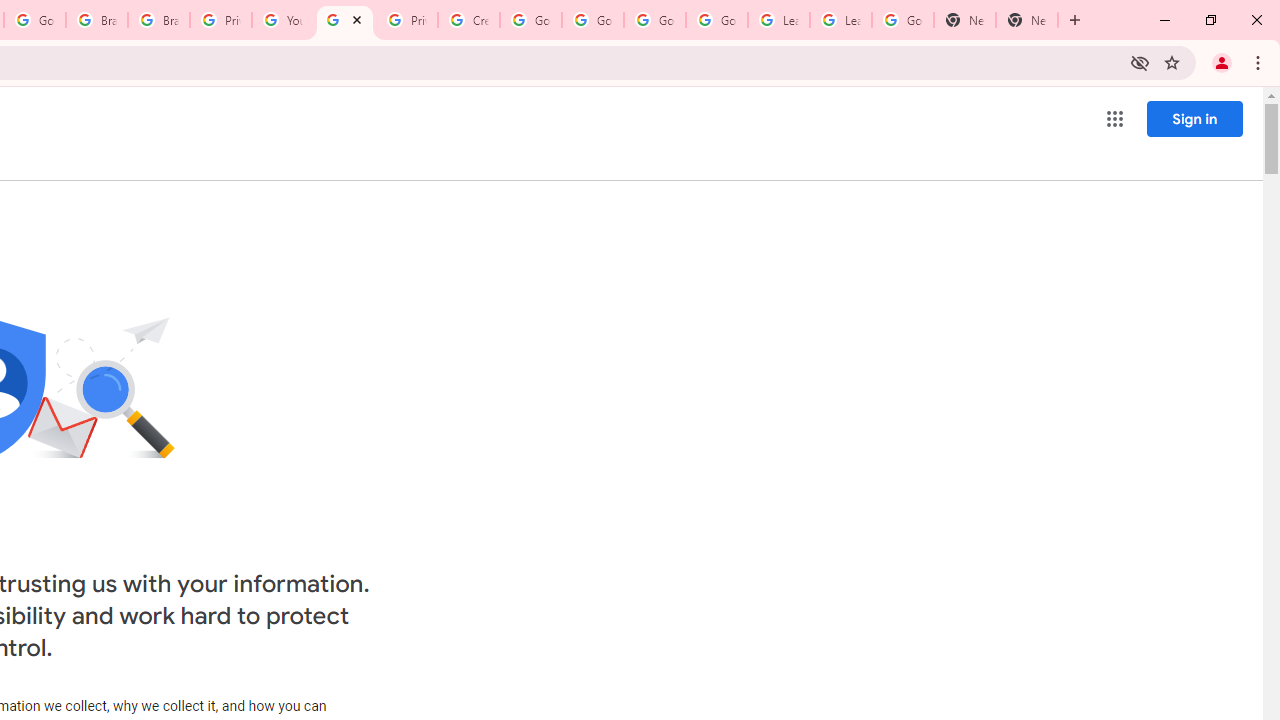  What do you see at coordinates (96, 20) in the screenshot?
I see `'Brand Resource Center'` at bounding box center [96, 20].